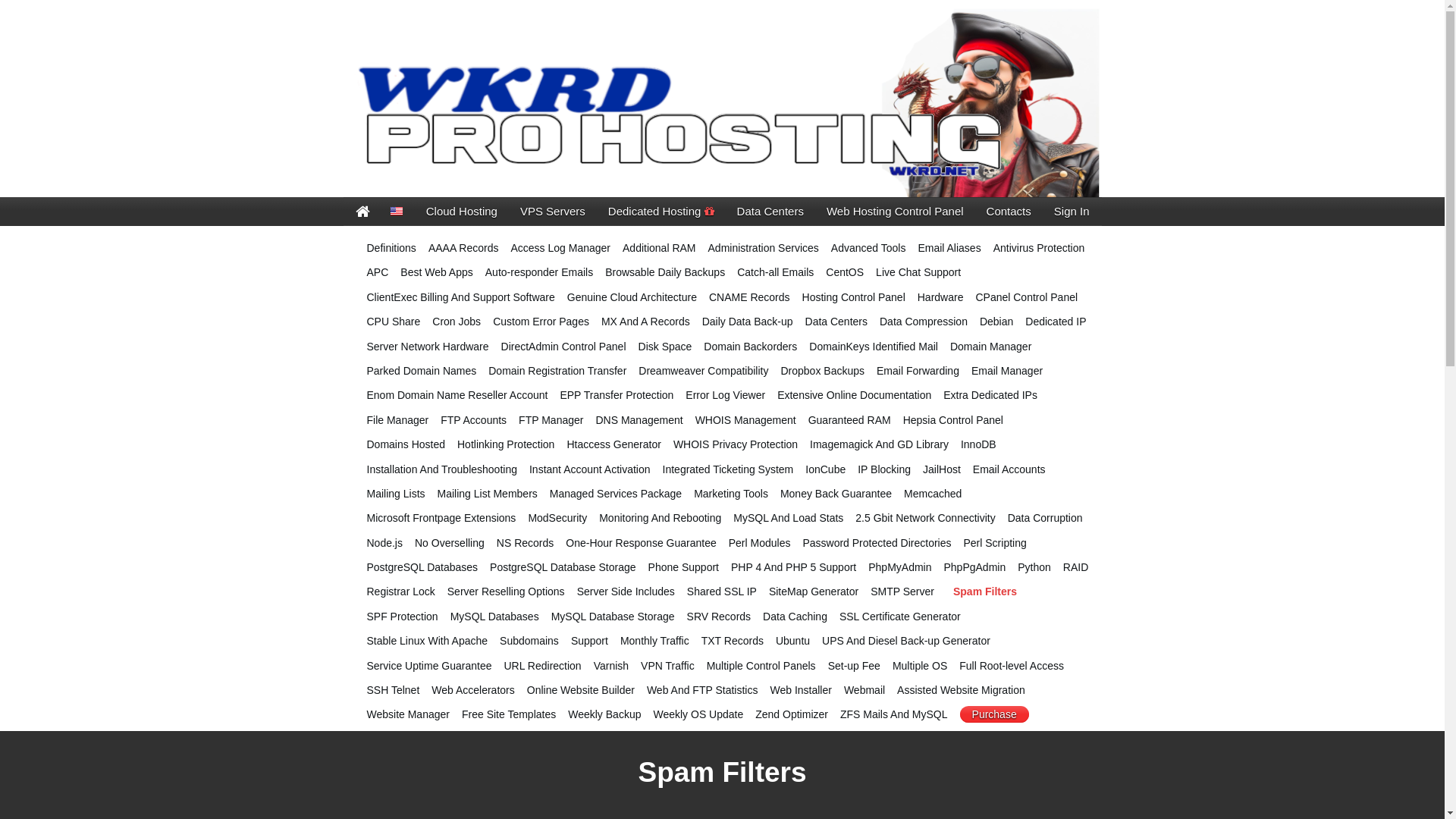  Describe the element at coordinates (406, 444) in the screenshot. I see `'Domains Hosted'` at that location.